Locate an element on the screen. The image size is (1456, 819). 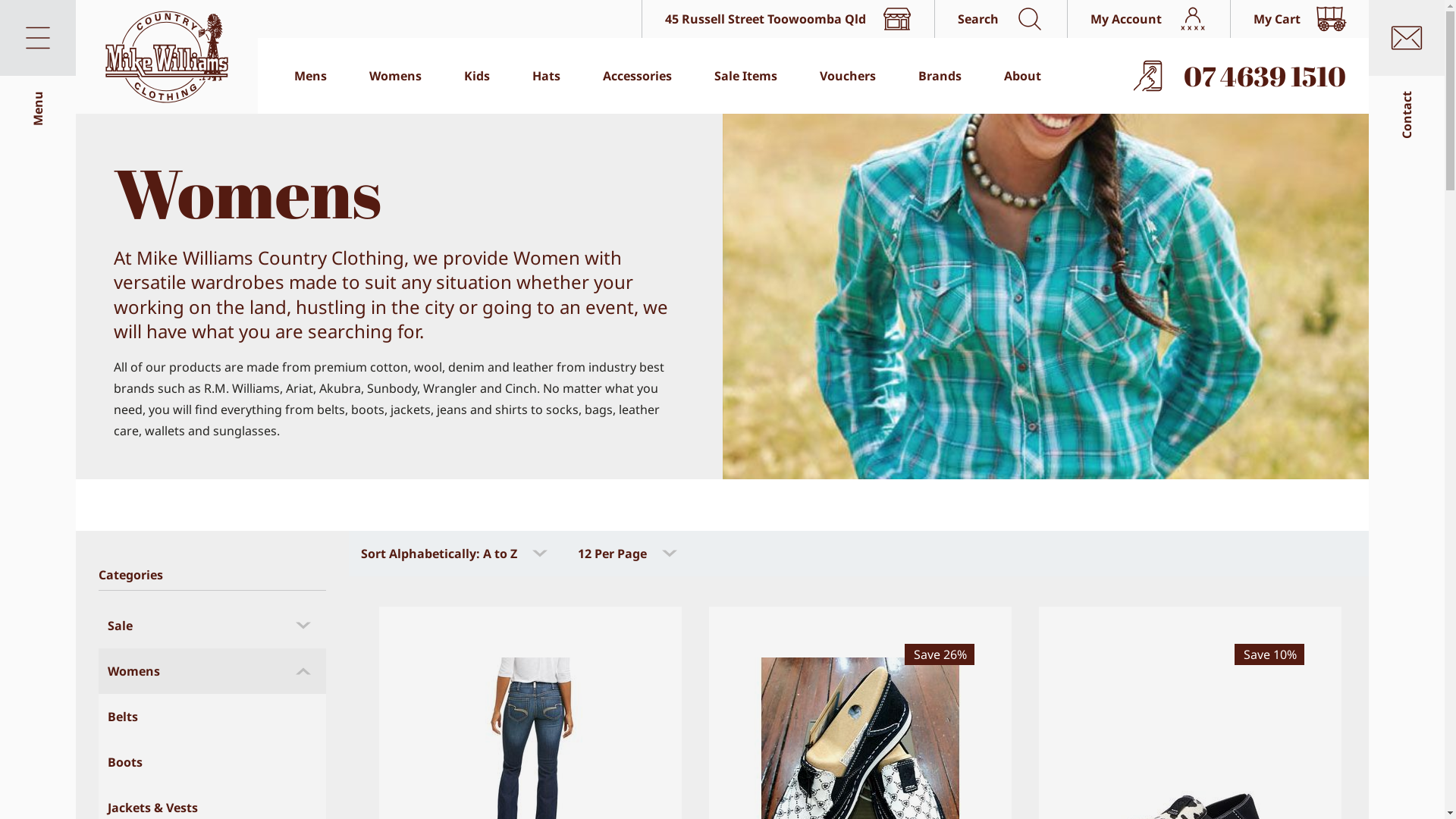
'Accessories' is located at coordinates (637, 76).